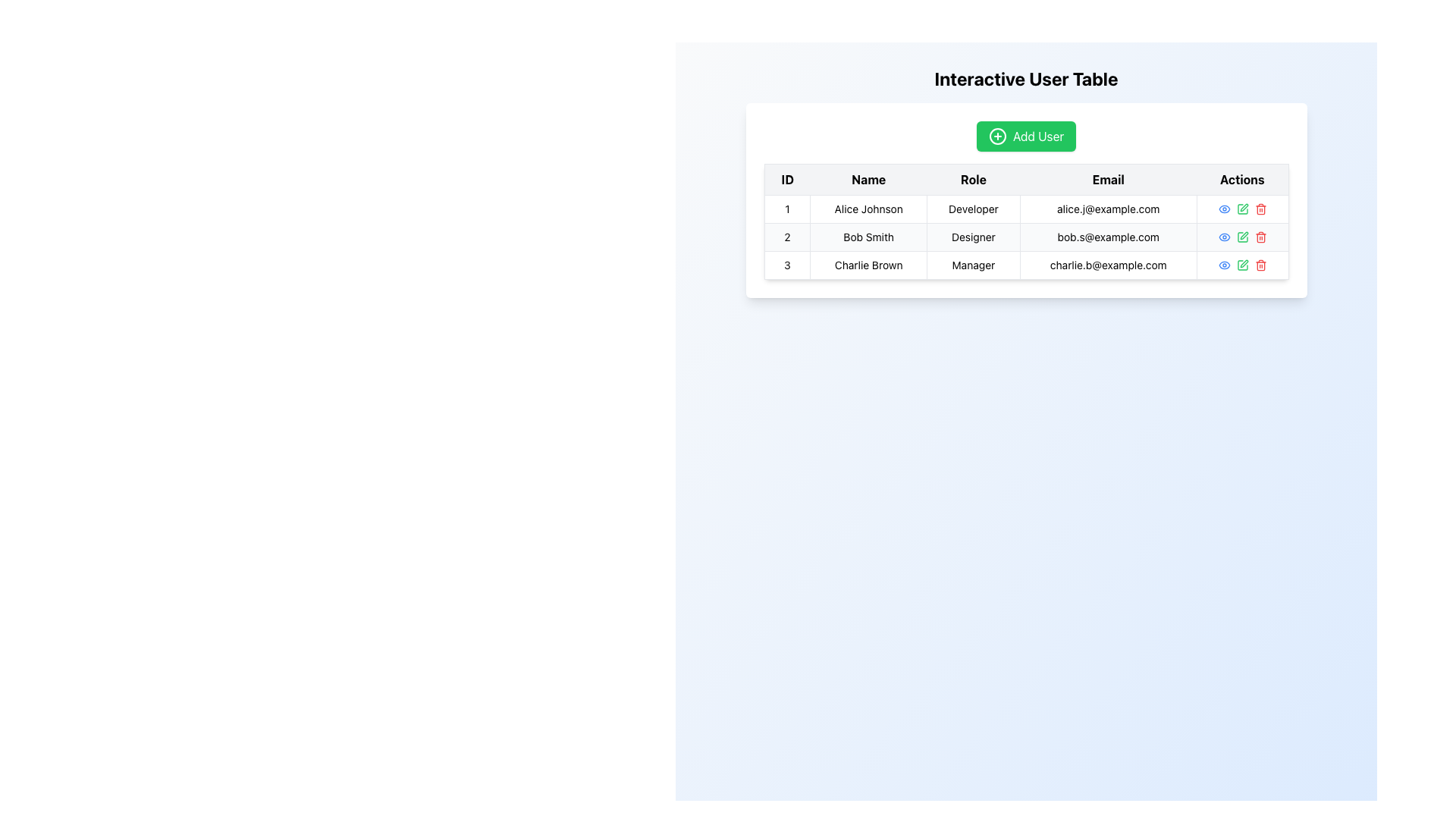  I want to click on the outlined square icon in the Actions column of the last row of the user table, so click(1242, 265).